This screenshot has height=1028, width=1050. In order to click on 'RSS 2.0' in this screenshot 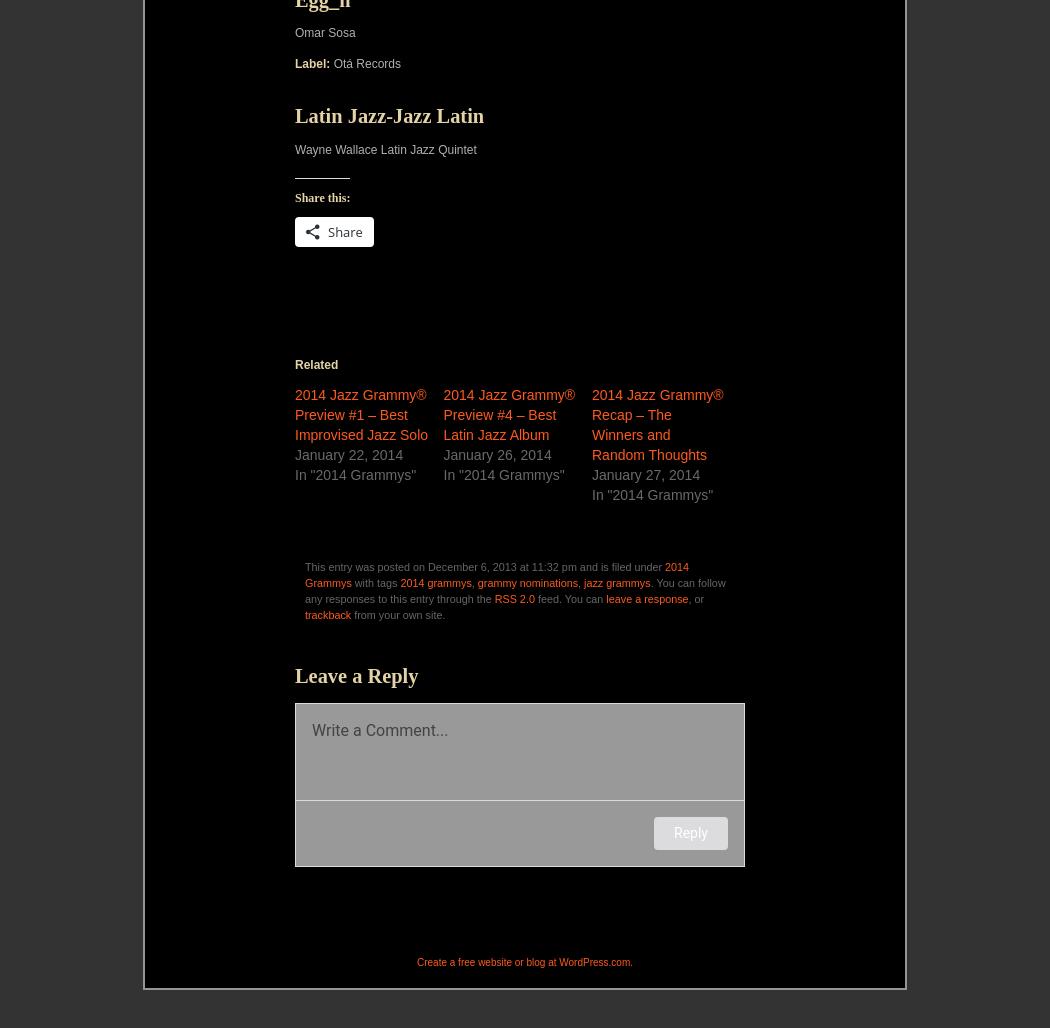, I will do `click(512, 598)`.